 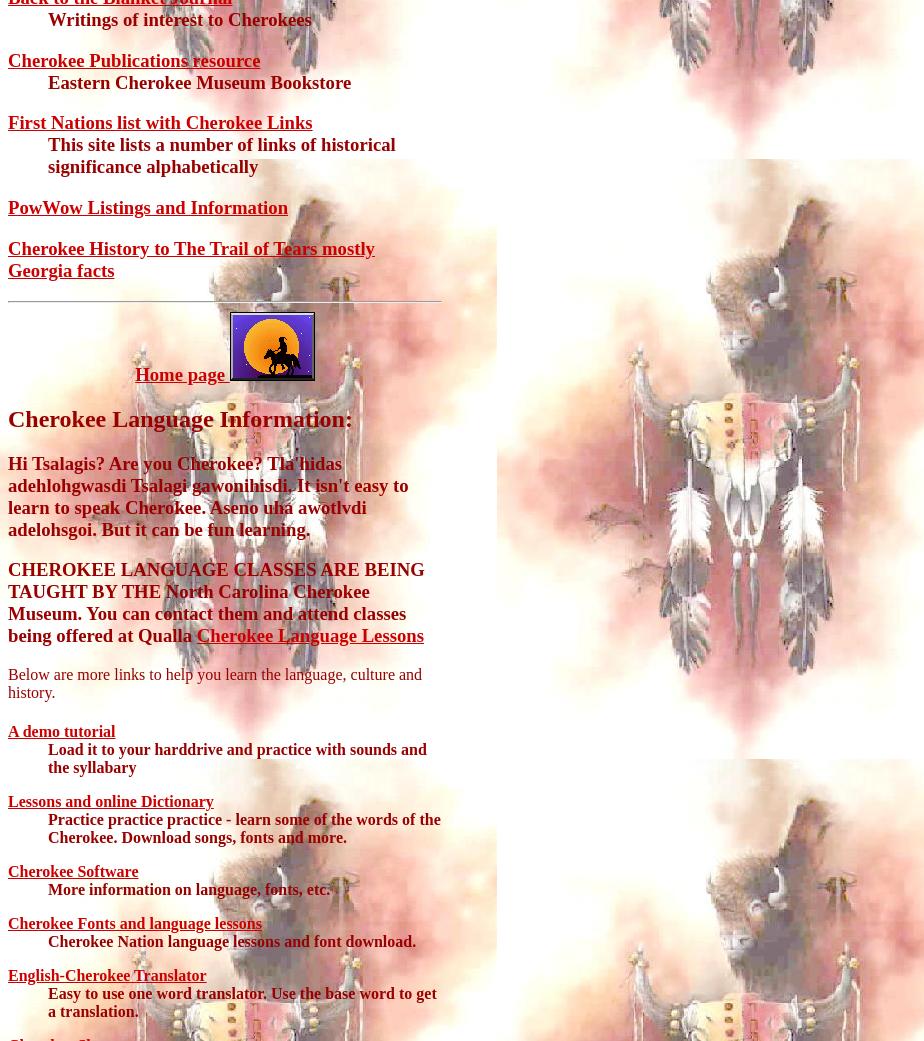 What do you see at coordinates (182, 373) in the screenshot?
I see `'Home page'` at bounding box center [182, 373].